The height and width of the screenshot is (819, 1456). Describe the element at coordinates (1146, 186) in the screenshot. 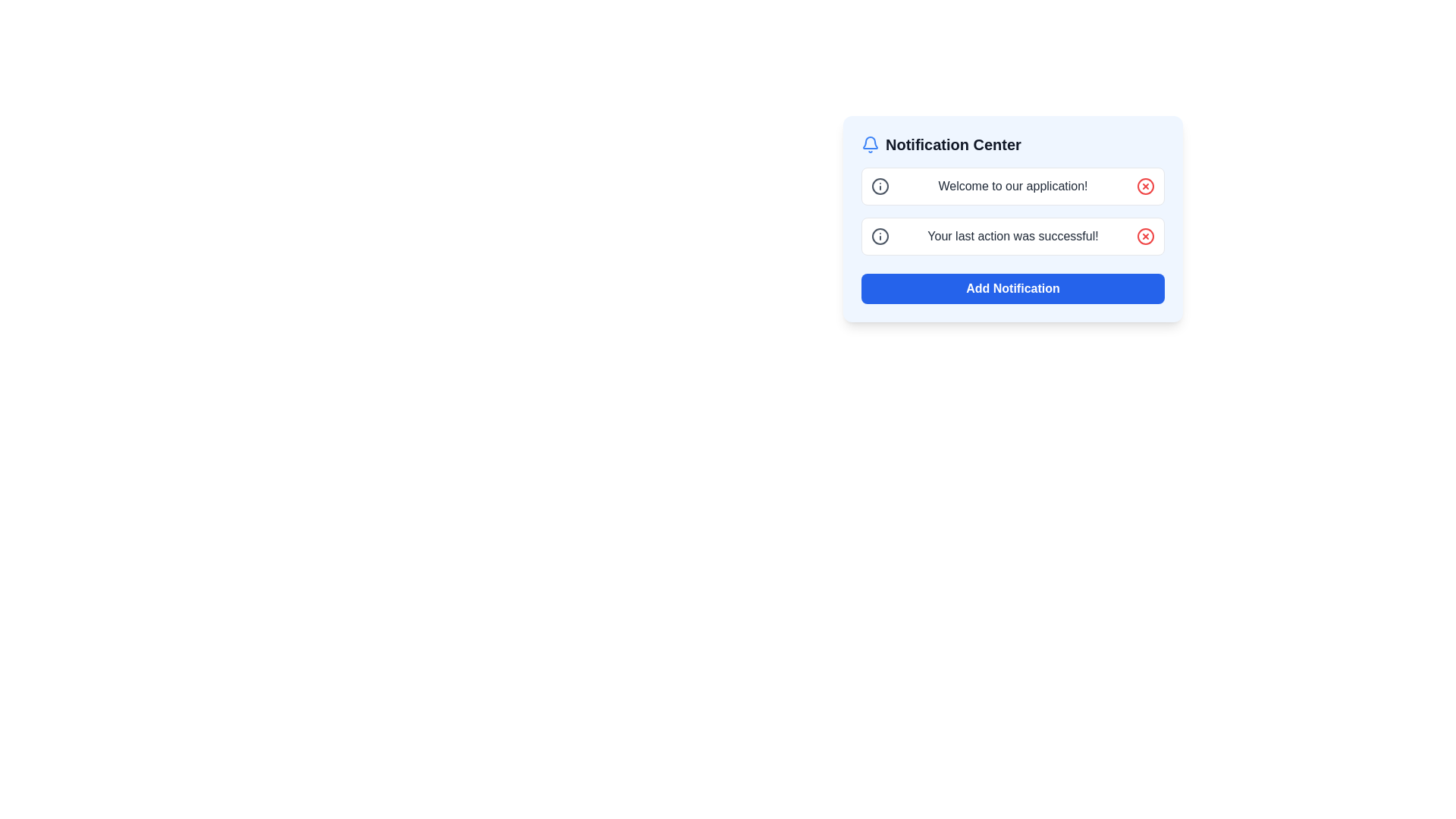

I see `the close button located at the top of the notification list` at that location.